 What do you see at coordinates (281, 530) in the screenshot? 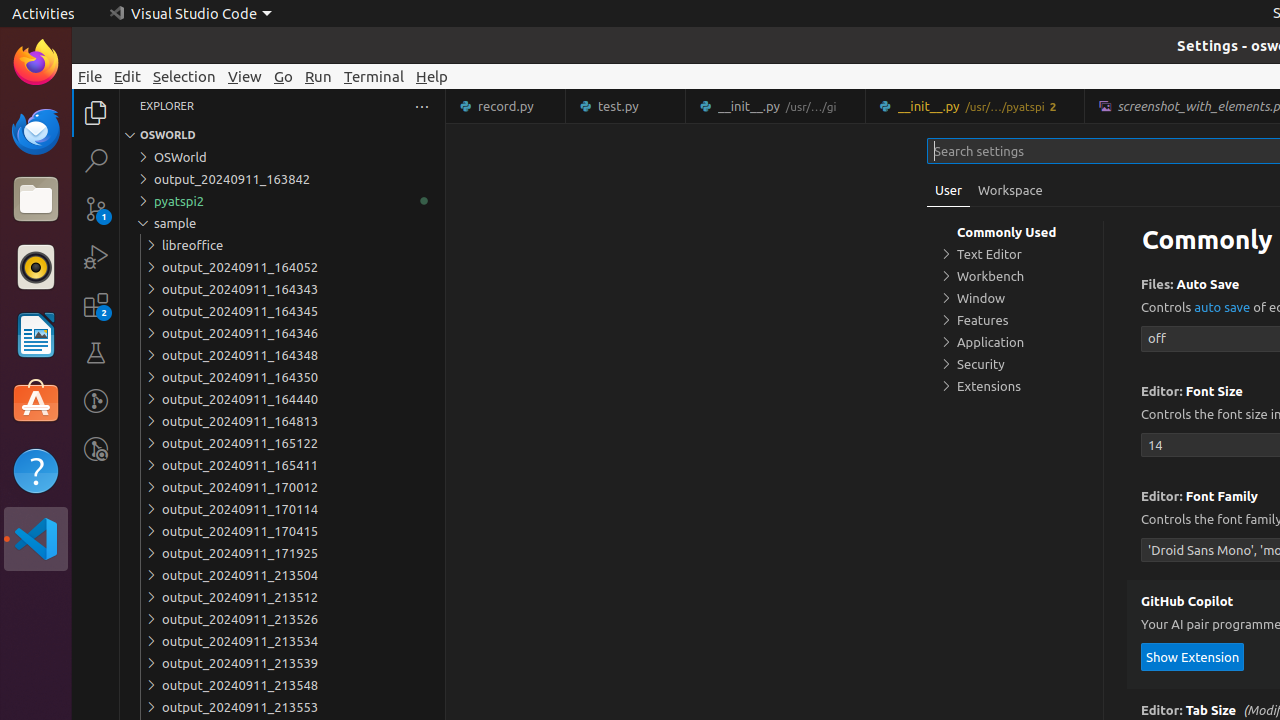
I see `'output_20240911_170415'` at bounding box center [281, 530].